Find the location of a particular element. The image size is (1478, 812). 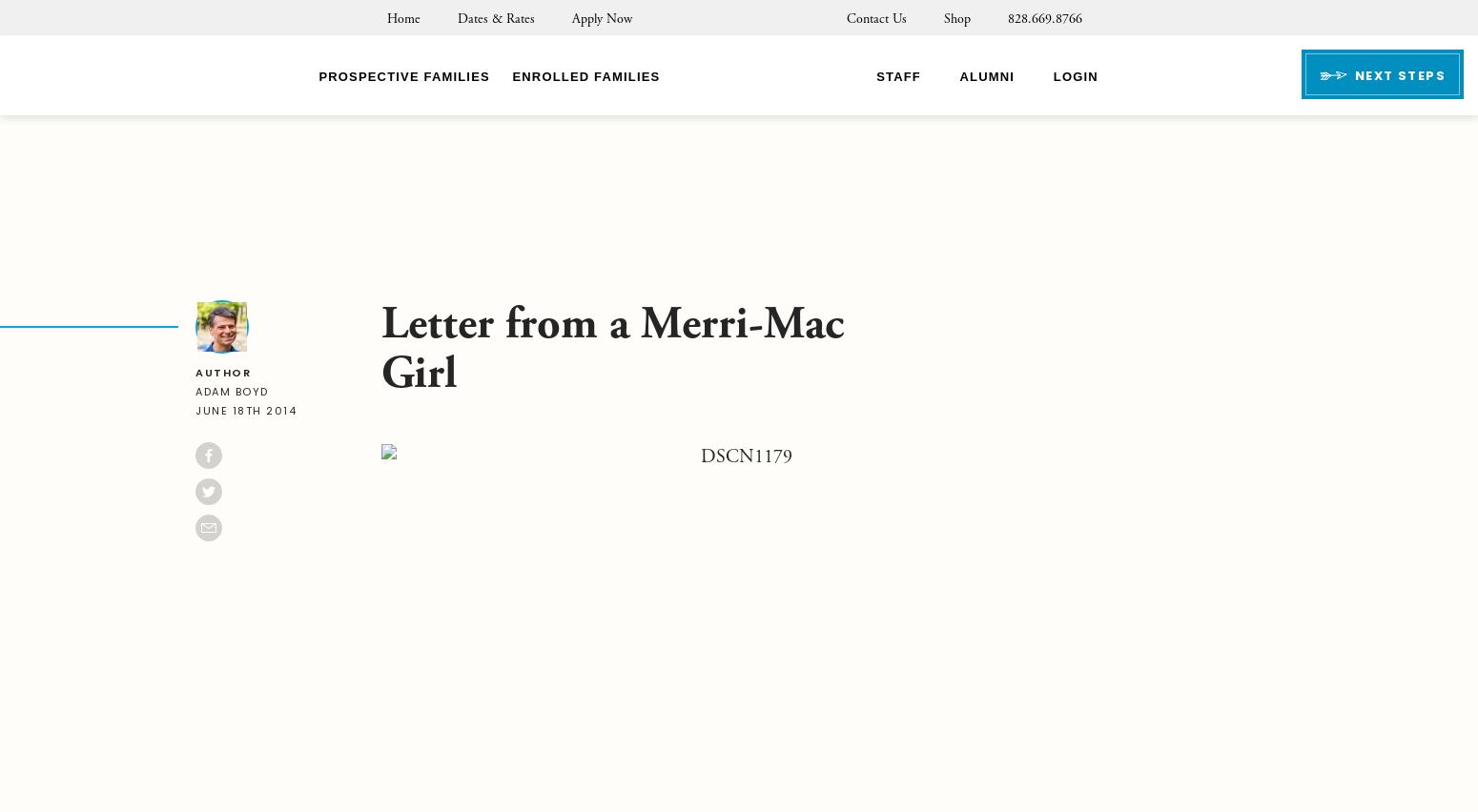

'Letter from a Merri-Mac Girl' is located at coordinates (611, 347).